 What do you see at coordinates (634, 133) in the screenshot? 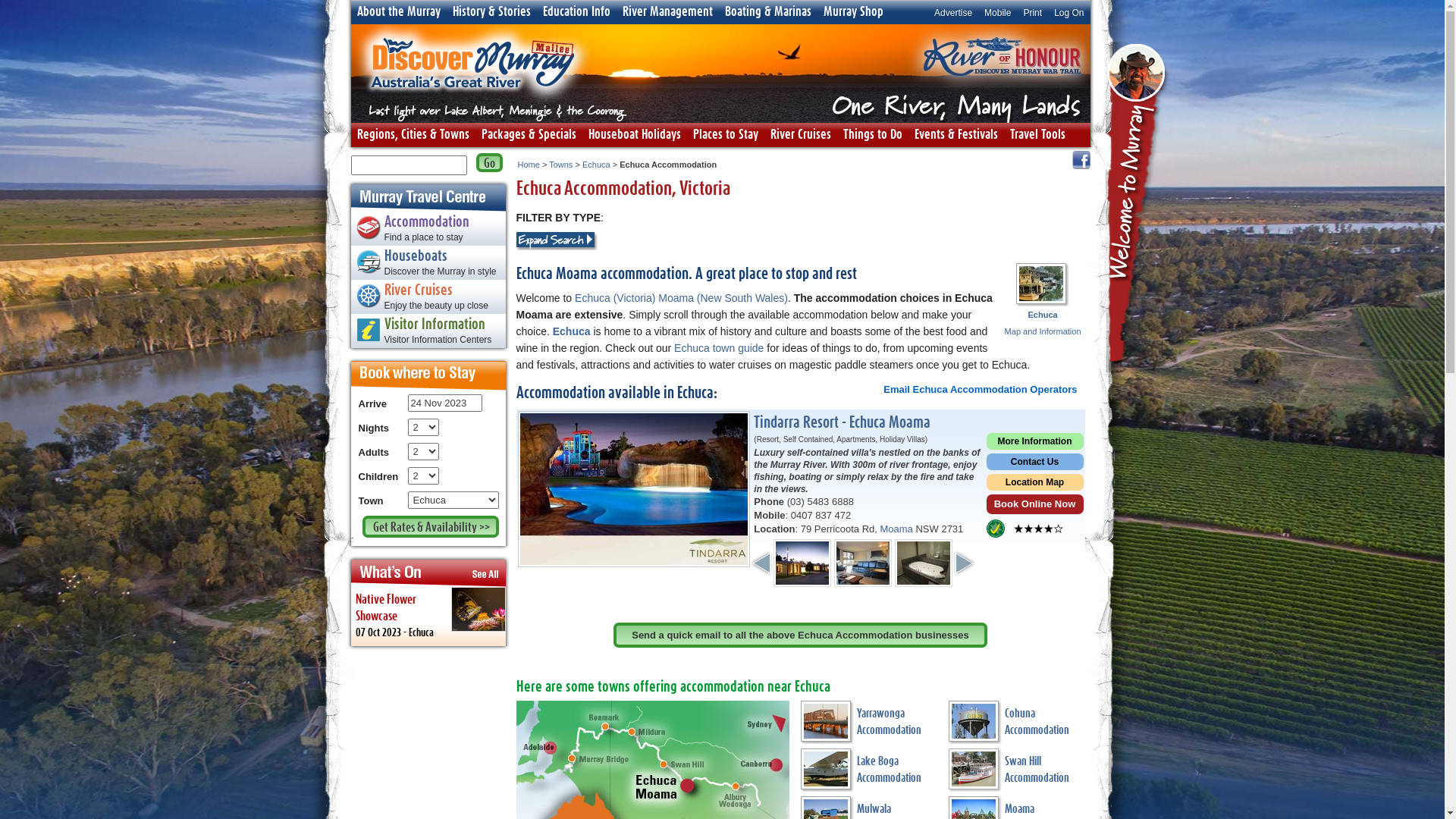
I see `'Houseboat Holidays'` at bounding box center [634, 133].